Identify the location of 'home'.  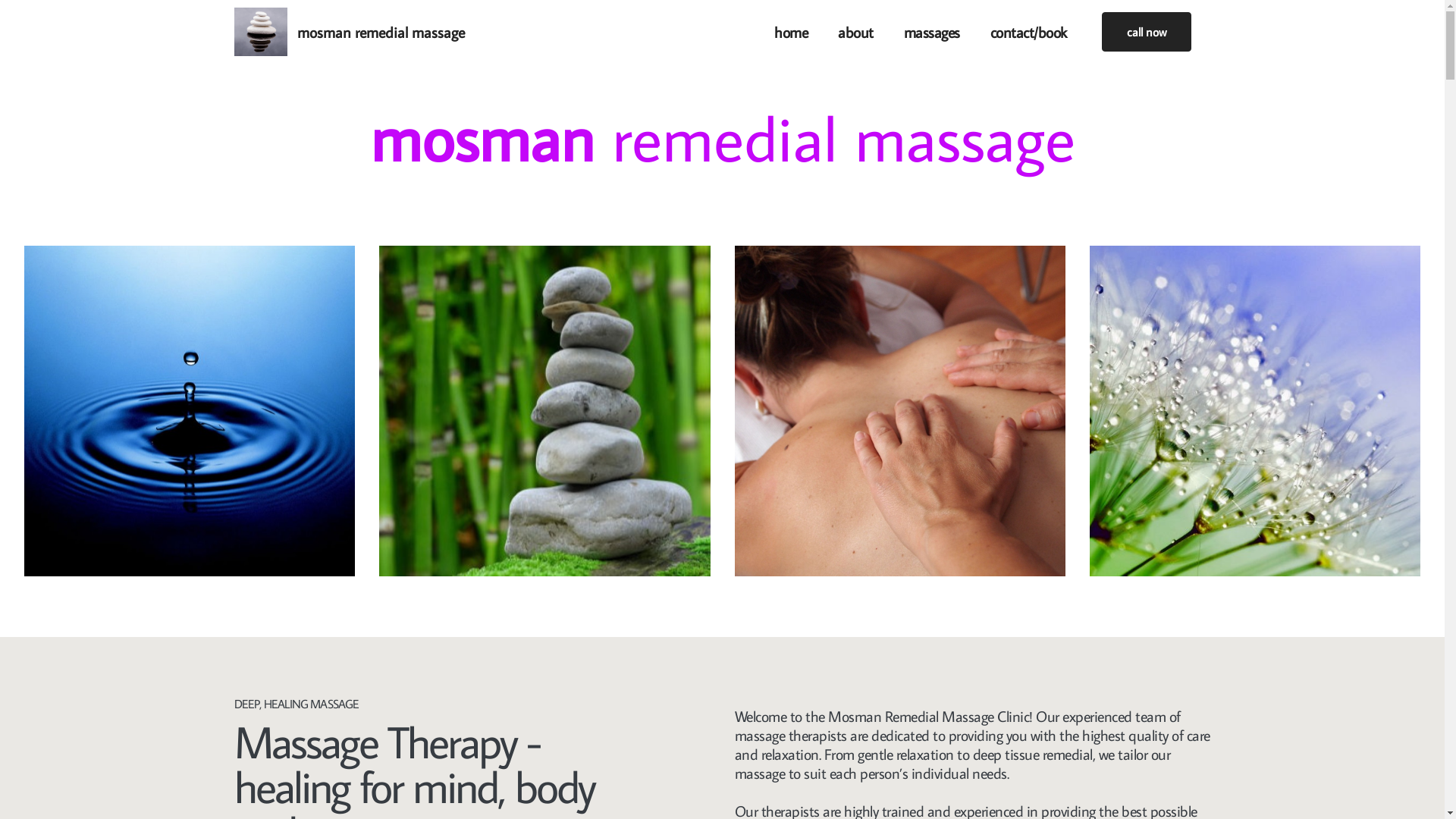
(789, 32).